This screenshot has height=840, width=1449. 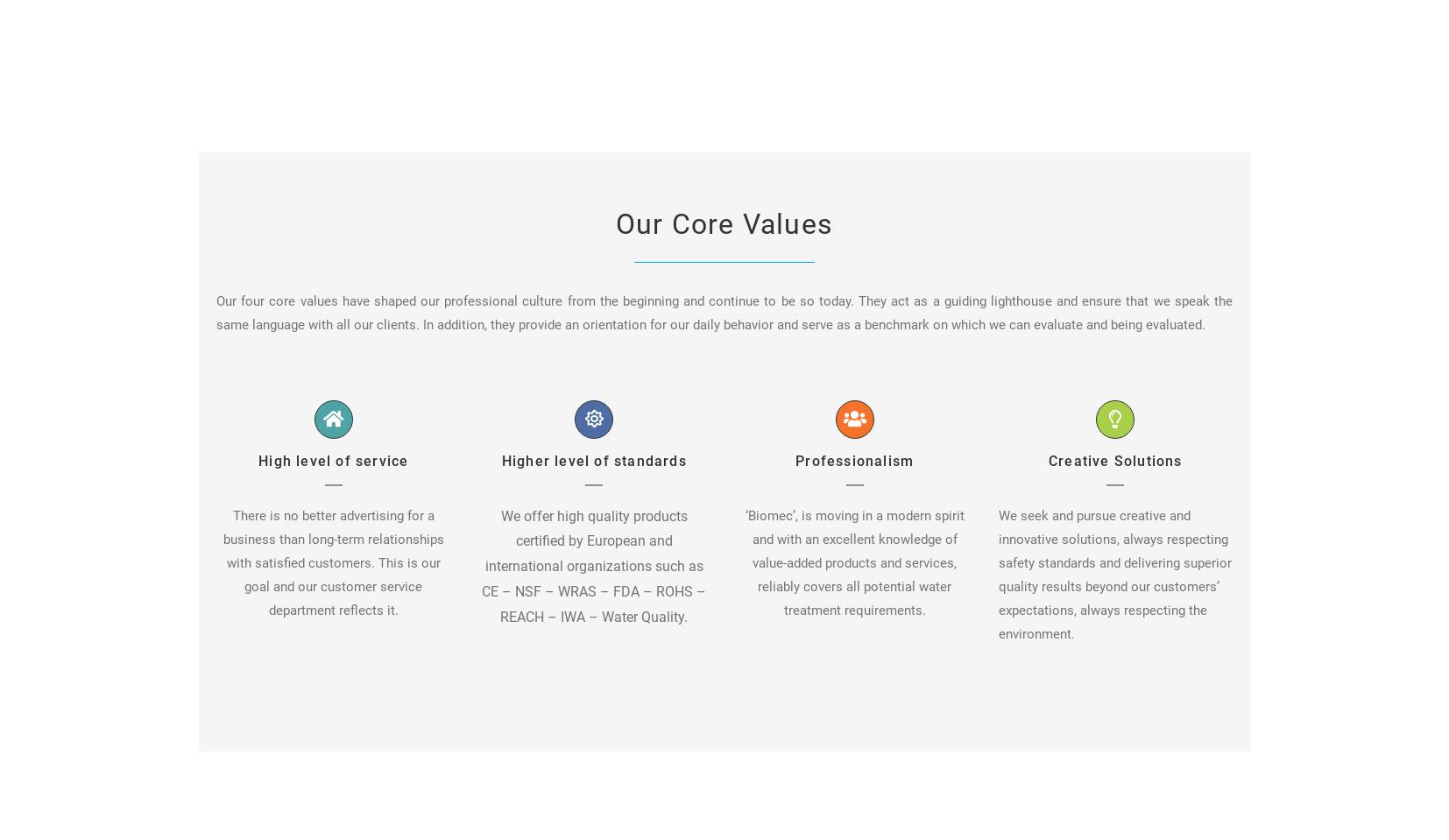 I want to click on 'COMPLETED PROJECTS', so click(x=590, y=19).